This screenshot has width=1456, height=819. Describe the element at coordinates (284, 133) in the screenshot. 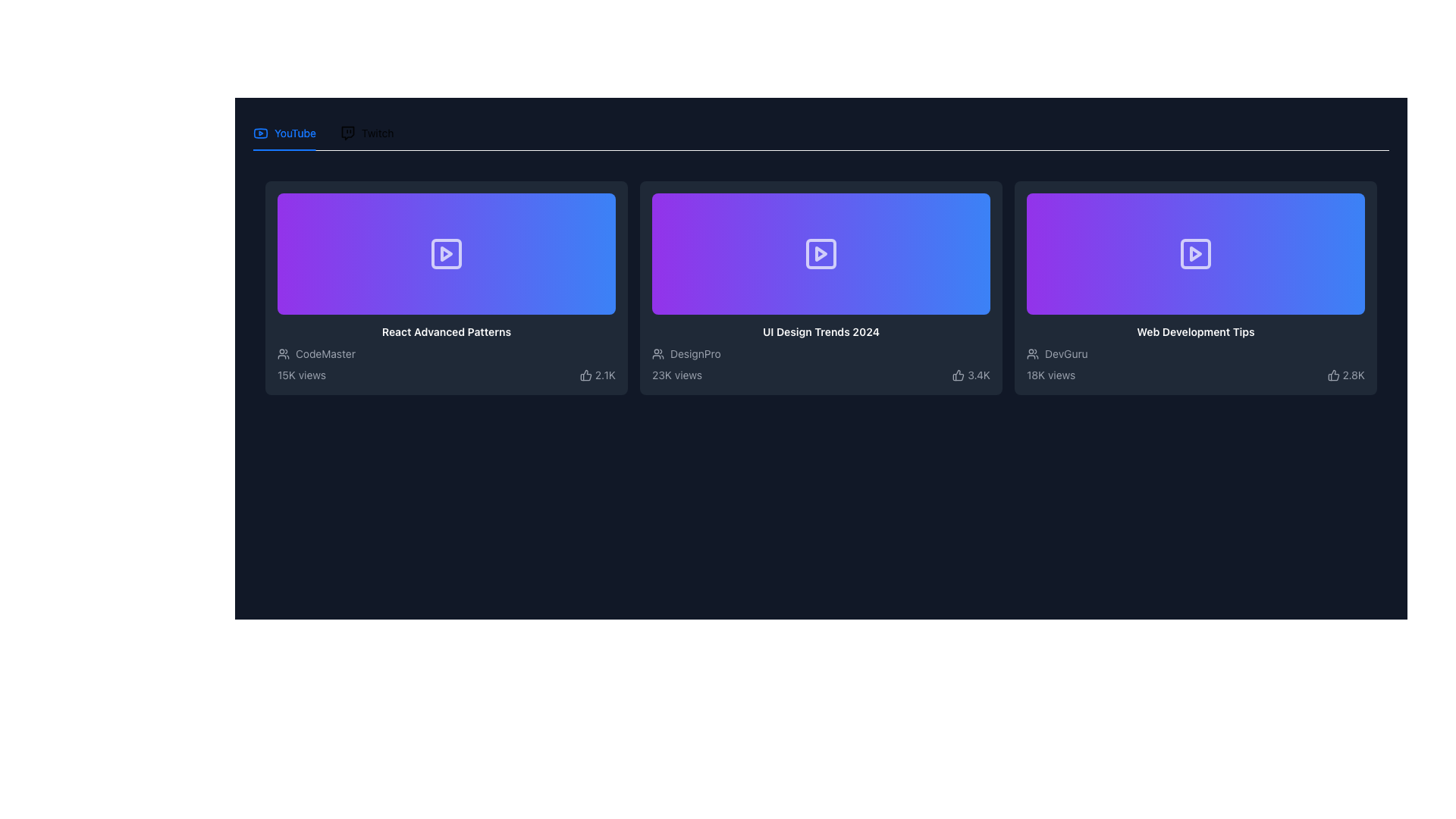

I see `the 'YouTube' tab, which features a text label and a minimalistic icon` at that location.